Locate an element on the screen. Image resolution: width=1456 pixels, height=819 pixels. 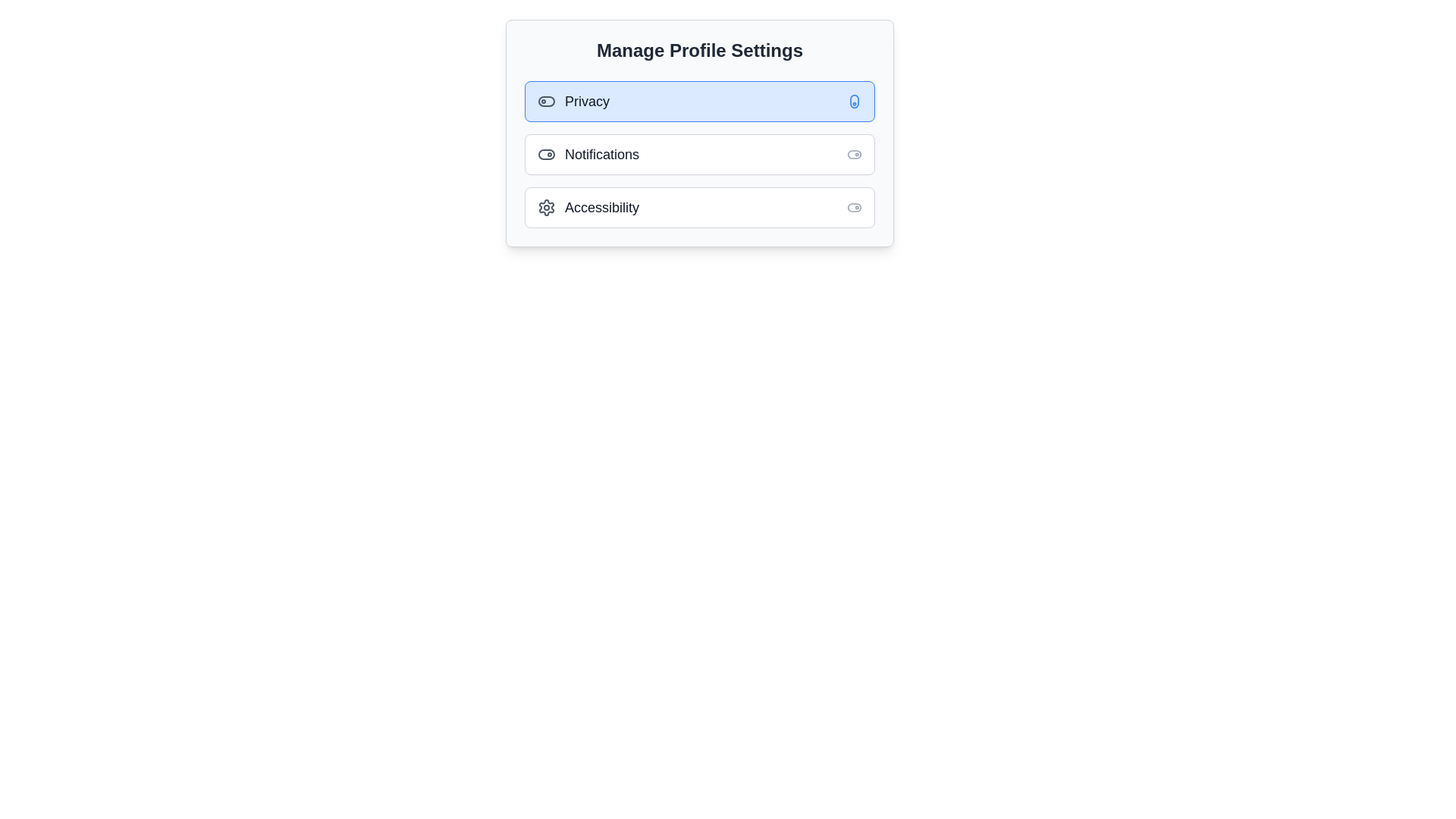
the toggle switch for Notifications to change its state from On to Off or vice versa is located at coordinates (546, 155).